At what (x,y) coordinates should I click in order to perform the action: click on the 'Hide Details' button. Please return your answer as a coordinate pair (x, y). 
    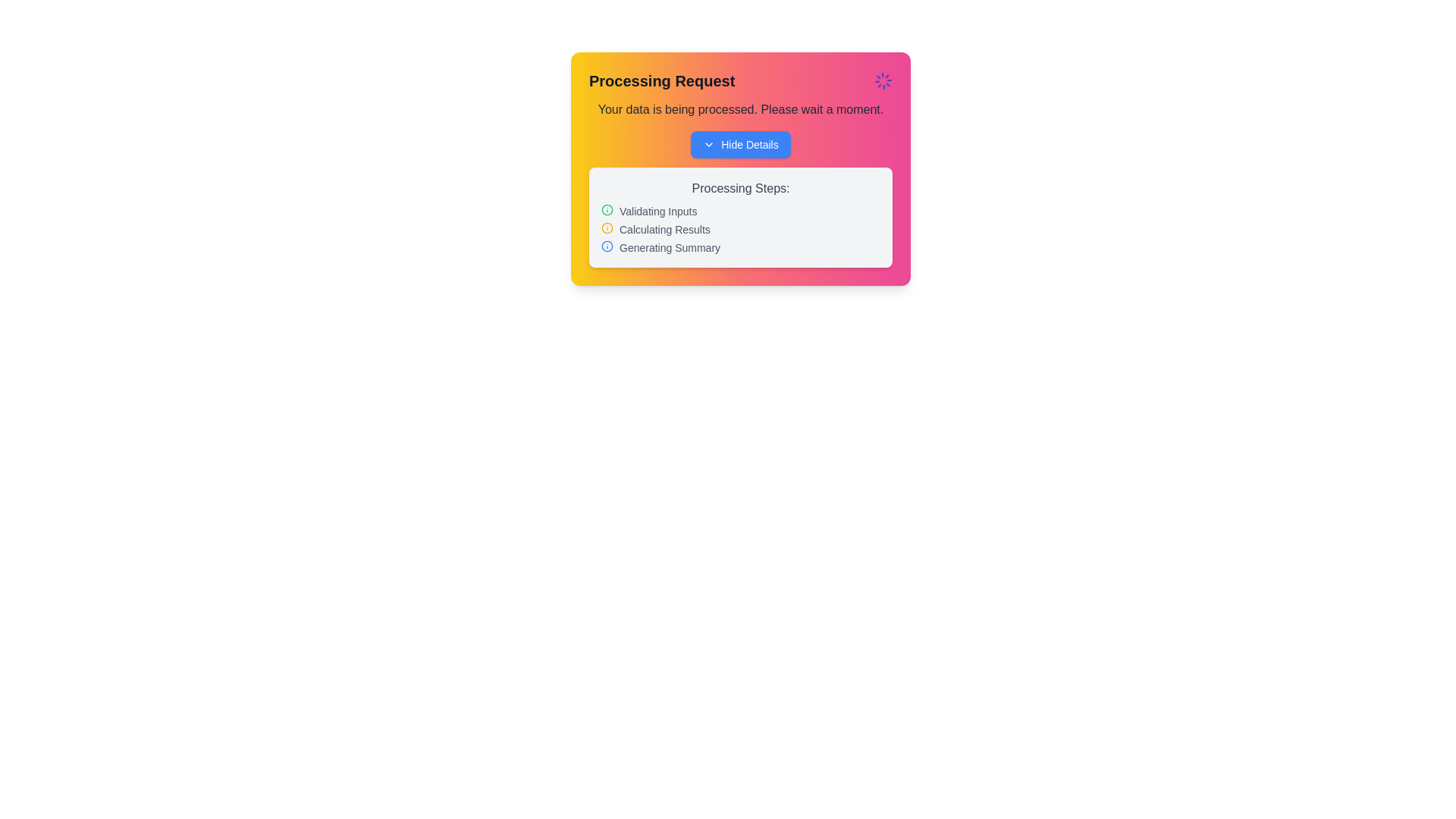
    Looking at the image, I should click on (740, 145).